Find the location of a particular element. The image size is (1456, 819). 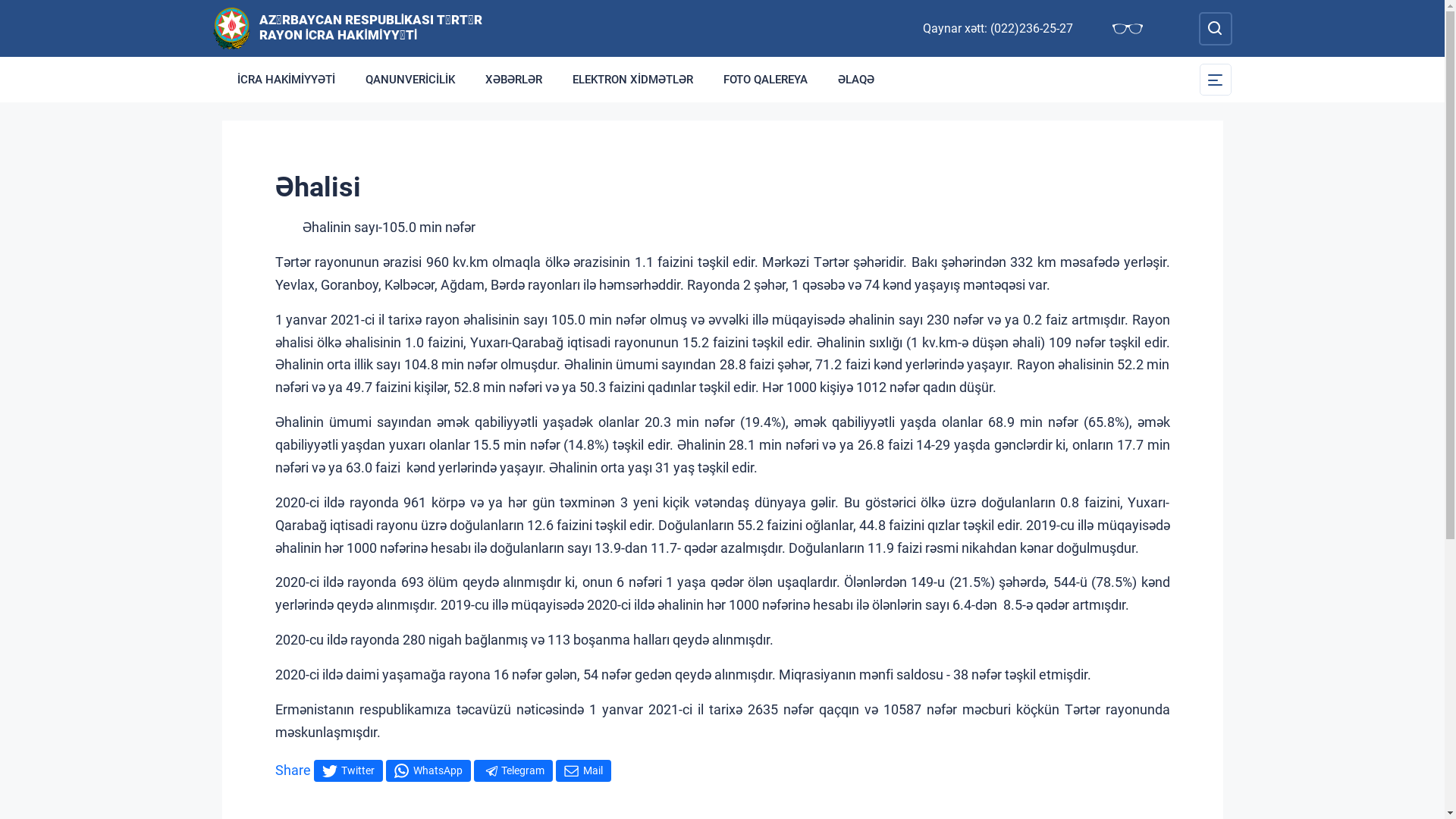

'Twitter' is located at coordinates (347, 770).